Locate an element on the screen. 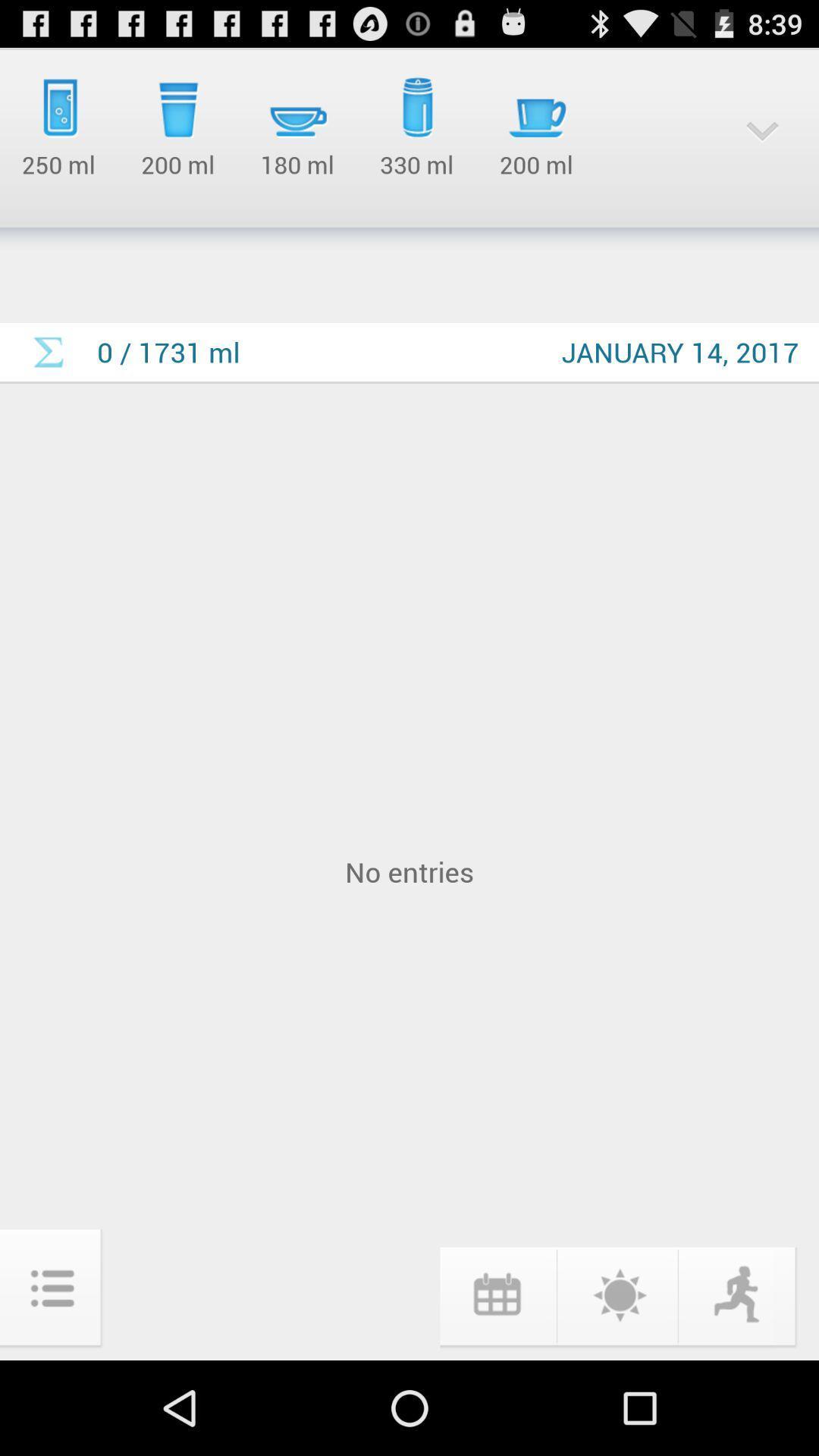 This screenshot has height=1456, width=819. the date_range icon is located at coordinates (496, 1385).